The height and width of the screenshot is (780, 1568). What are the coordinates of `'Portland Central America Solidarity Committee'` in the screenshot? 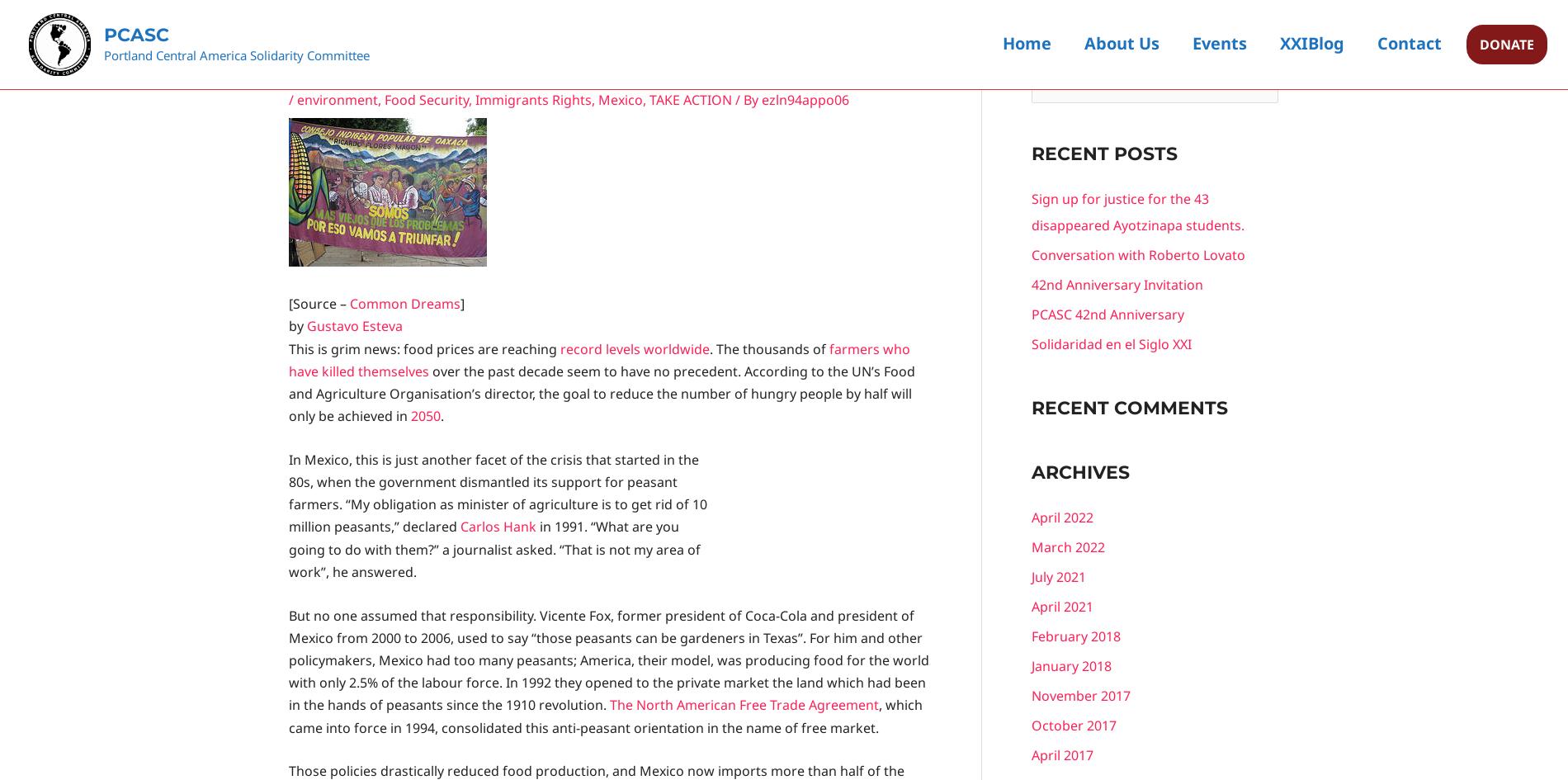 It's located at (236, 55).